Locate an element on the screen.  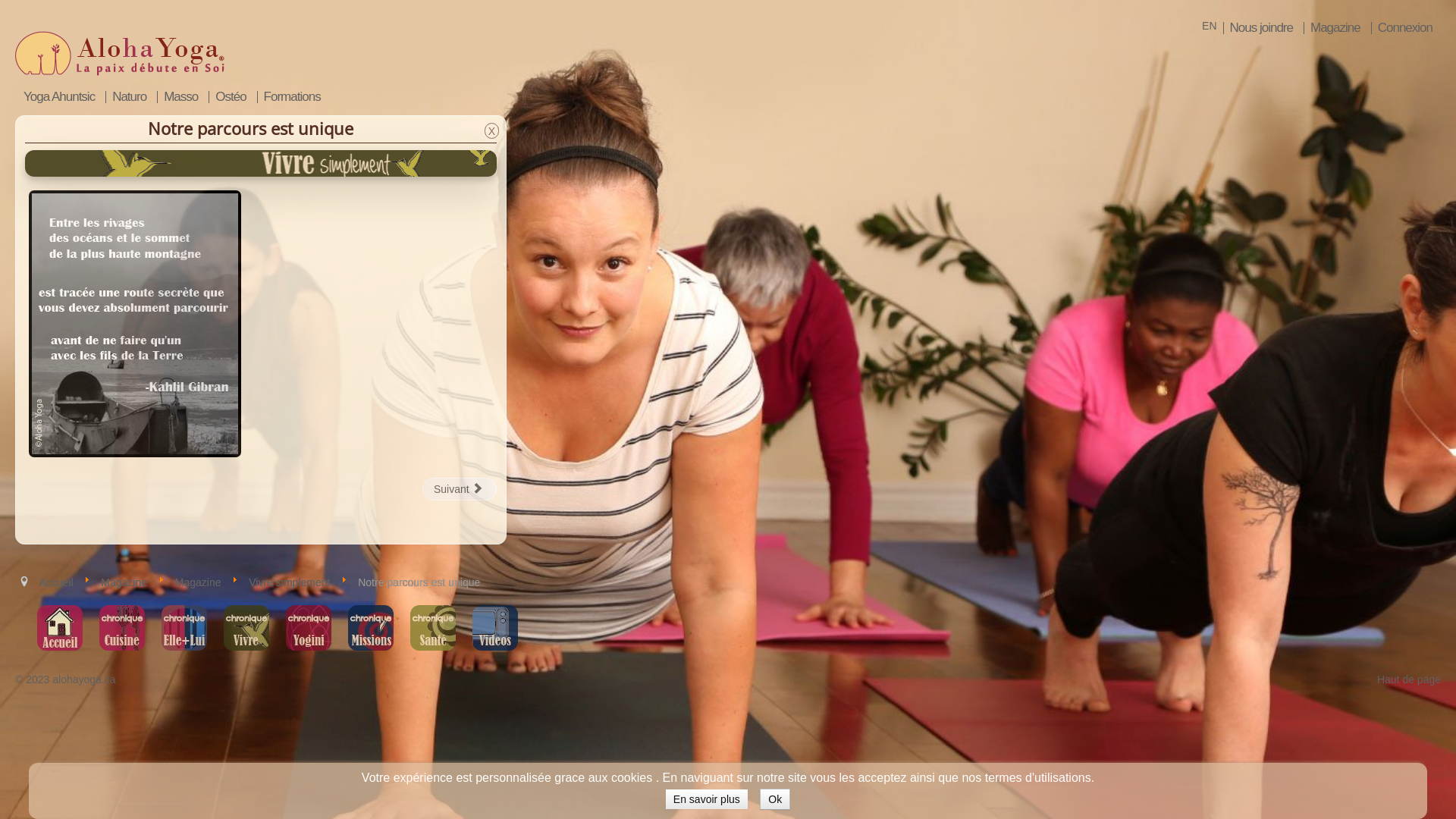
'Accueil' is located at coordinates (59, 628).